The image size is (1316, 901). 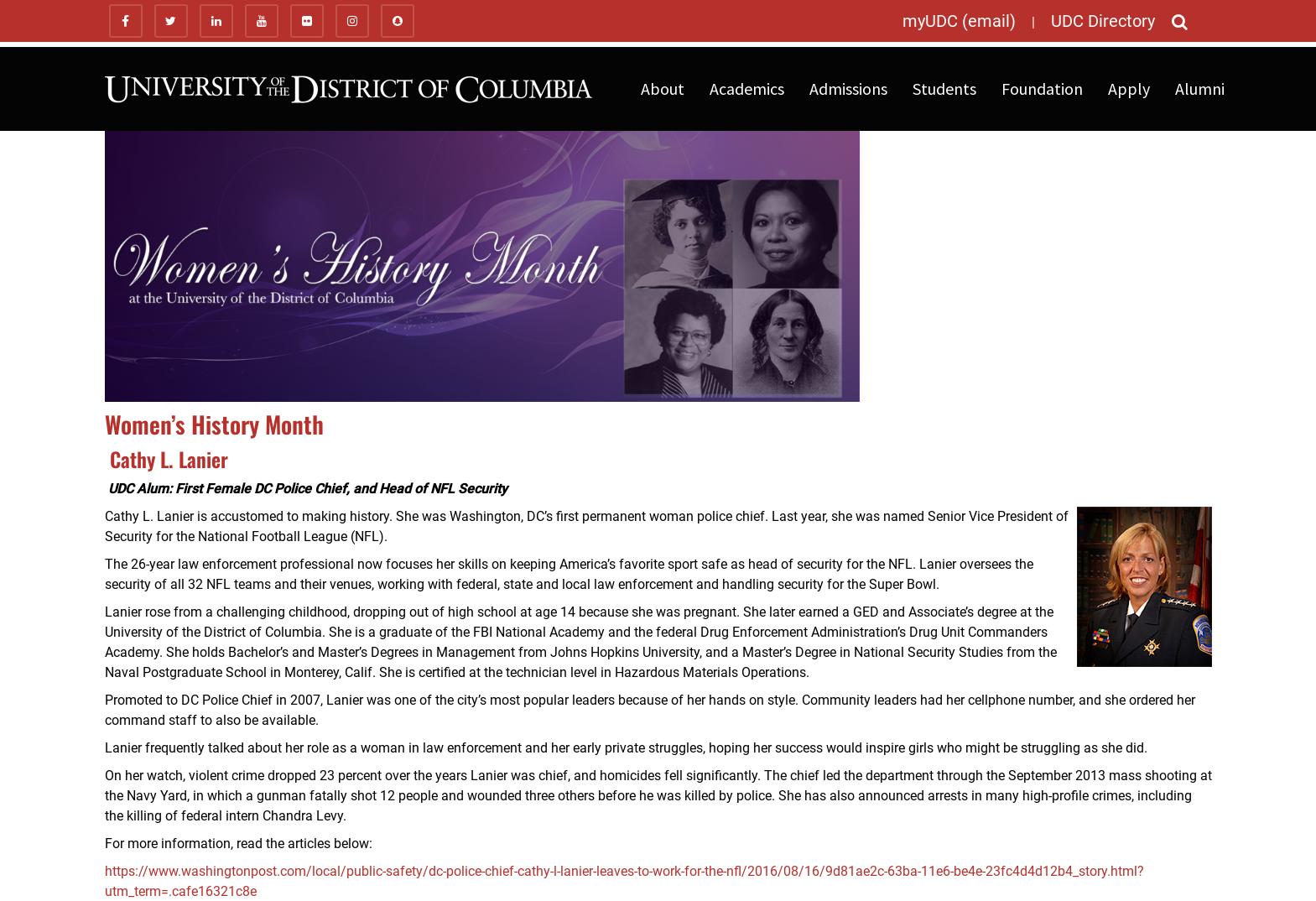 I want to click on 'Lanier frequently talked about her role as a woman in law enforcement and her early private struggles, hoping her success would inspire girls who might be struggling as she did.', so click(x=624, y=747).